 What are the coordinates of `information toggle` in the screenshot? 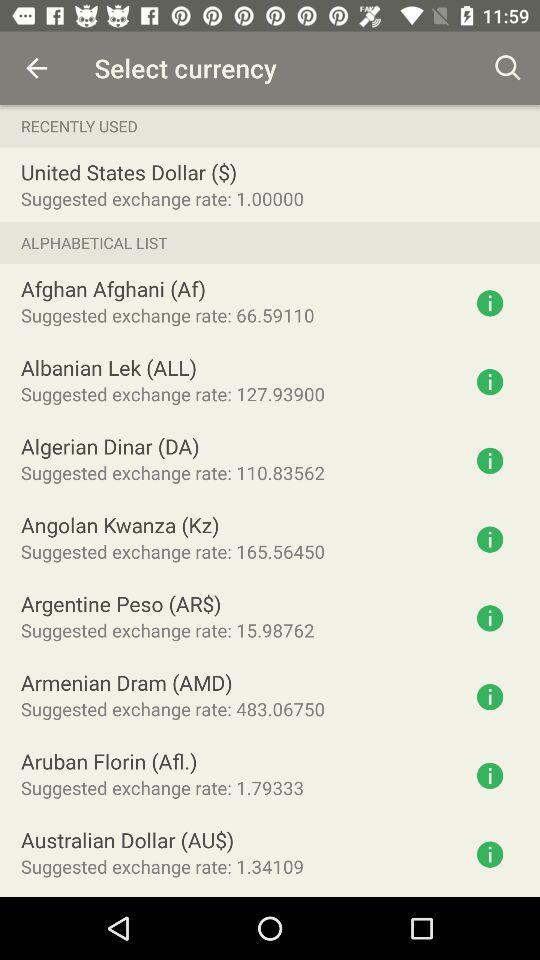 It's located at (489, 697).